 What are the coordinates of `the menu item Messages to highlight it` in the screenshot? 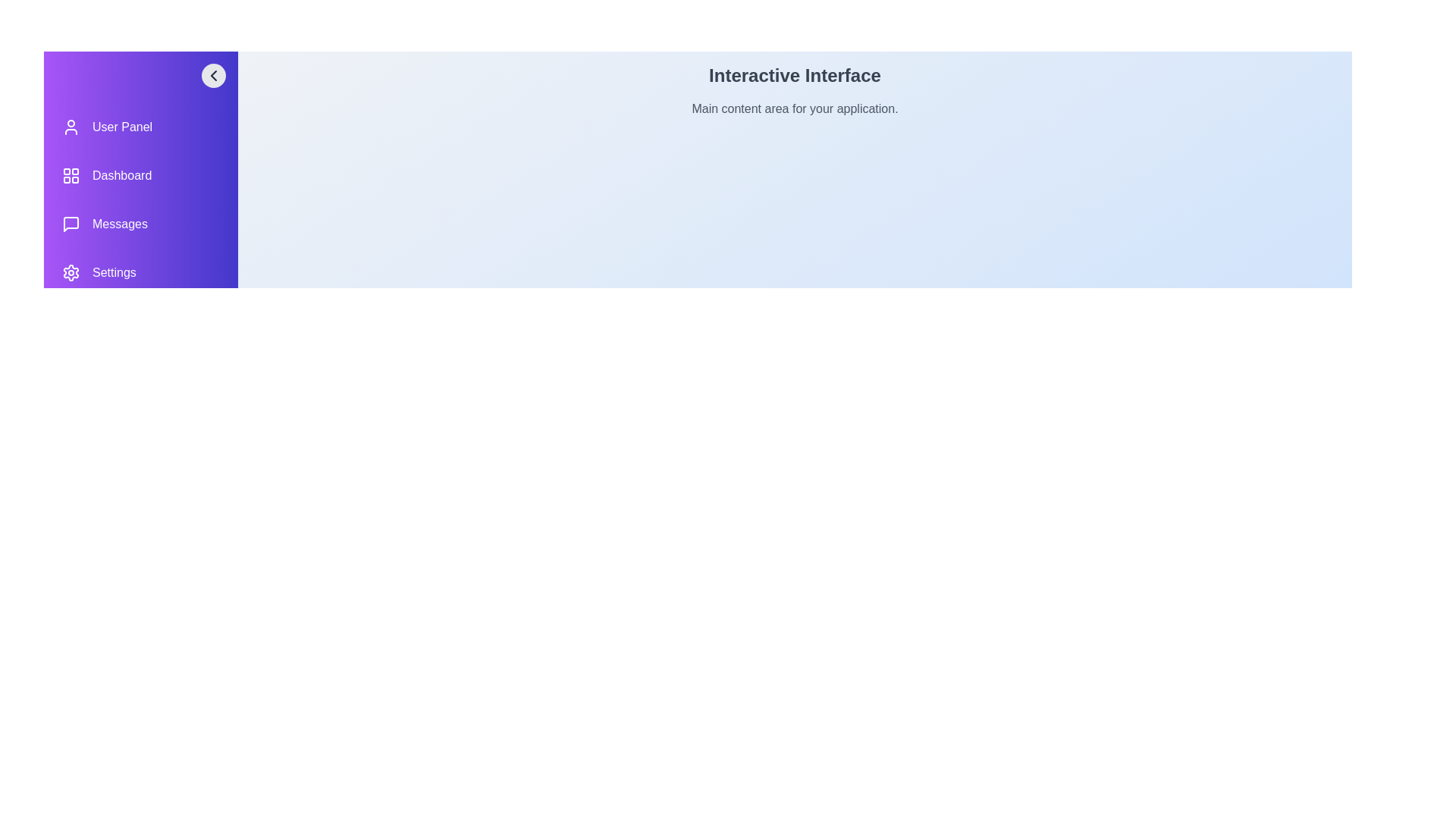 It's located at (141, 224).